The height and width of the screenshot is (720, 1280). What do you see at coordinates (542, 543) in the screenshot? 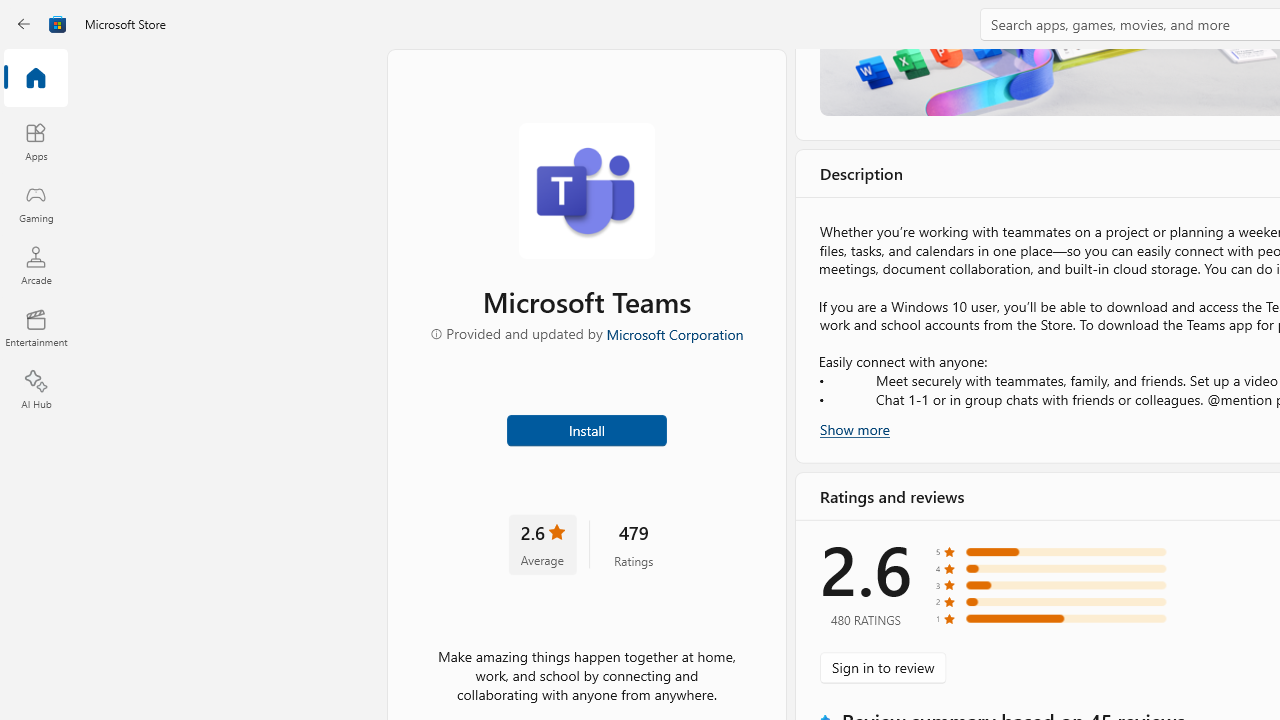
I see `'2.6 stars. Click to skip to ratings and reviews'` at bounding box center [542, 543].